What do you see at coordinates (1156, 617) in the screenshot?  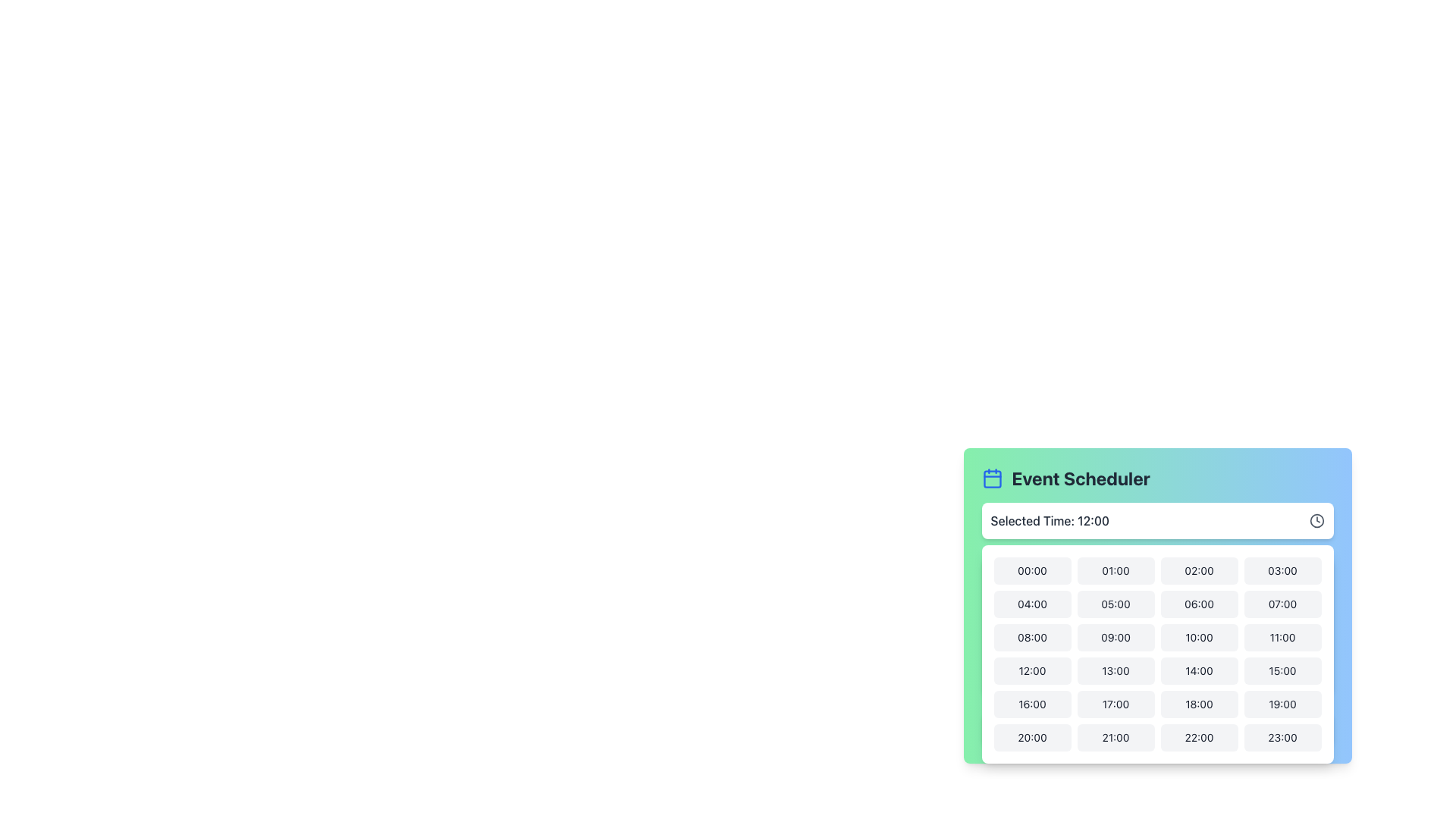 I see `the button that allows the user to select the hour '06:00' in the event scheduler feature, located in the third column of the second row within the time selection grid of the 'Event Scheduler' widget` at bounding box center [1156, 617].